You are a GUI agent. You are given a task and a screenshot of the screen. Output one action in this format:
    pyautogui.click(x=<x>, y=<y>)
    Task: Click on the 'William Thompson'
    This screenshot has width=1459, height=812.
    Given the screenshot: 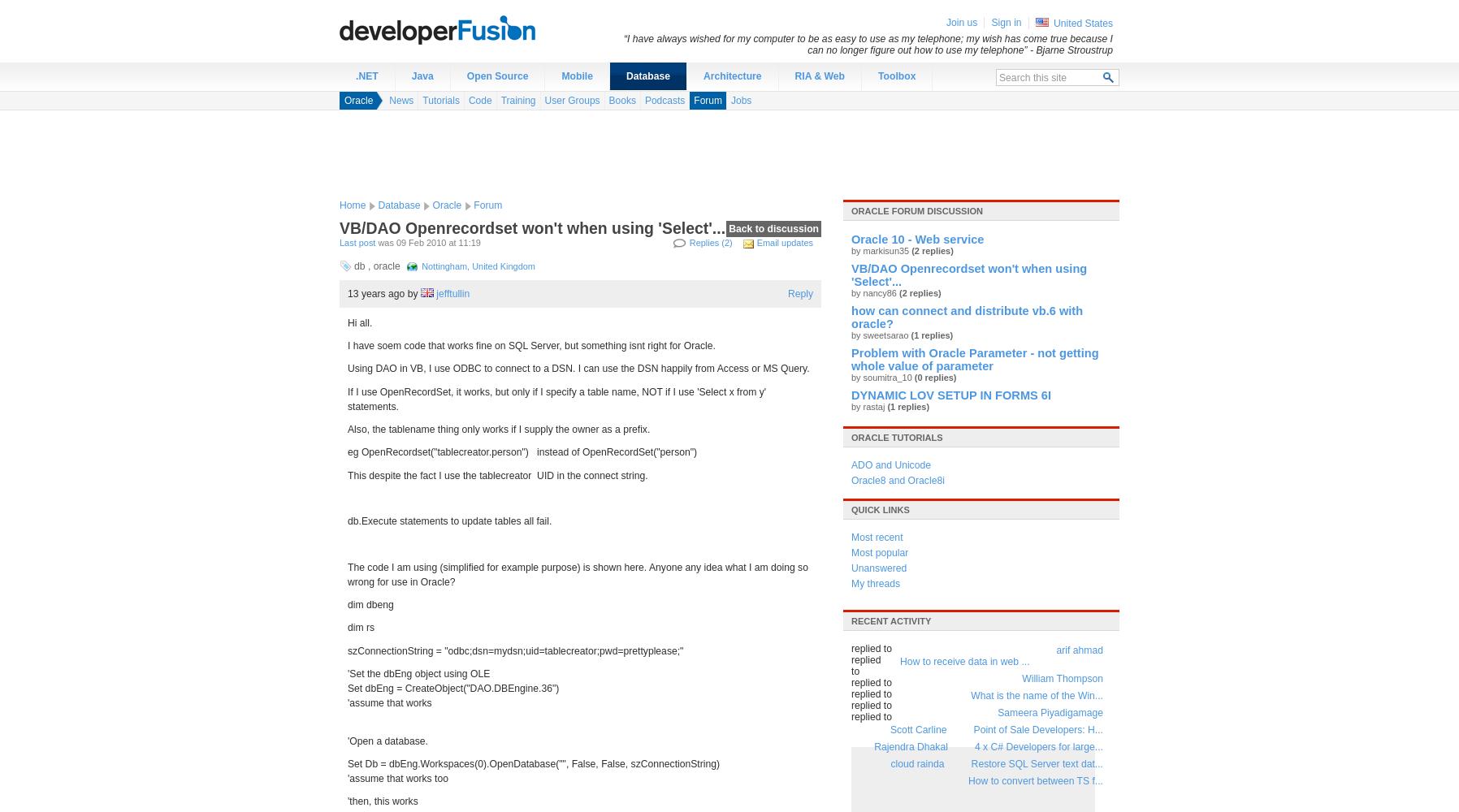 What is the action you would take?
    pyautogui.click(x=1063, y=678)
    